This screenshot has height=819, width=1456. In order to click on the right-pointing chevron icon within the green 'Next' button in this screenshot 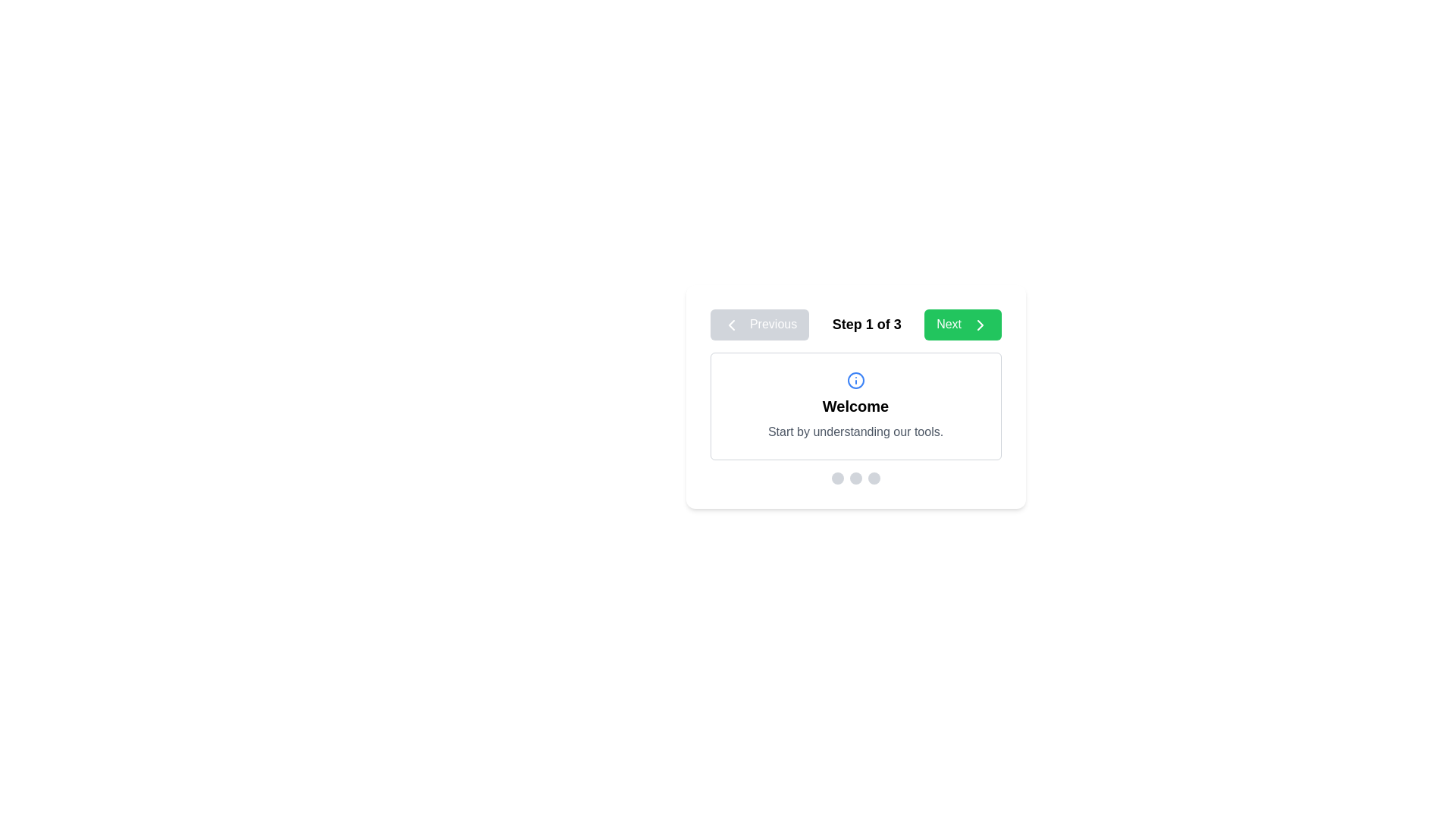, I will do `click(980, 324)`.